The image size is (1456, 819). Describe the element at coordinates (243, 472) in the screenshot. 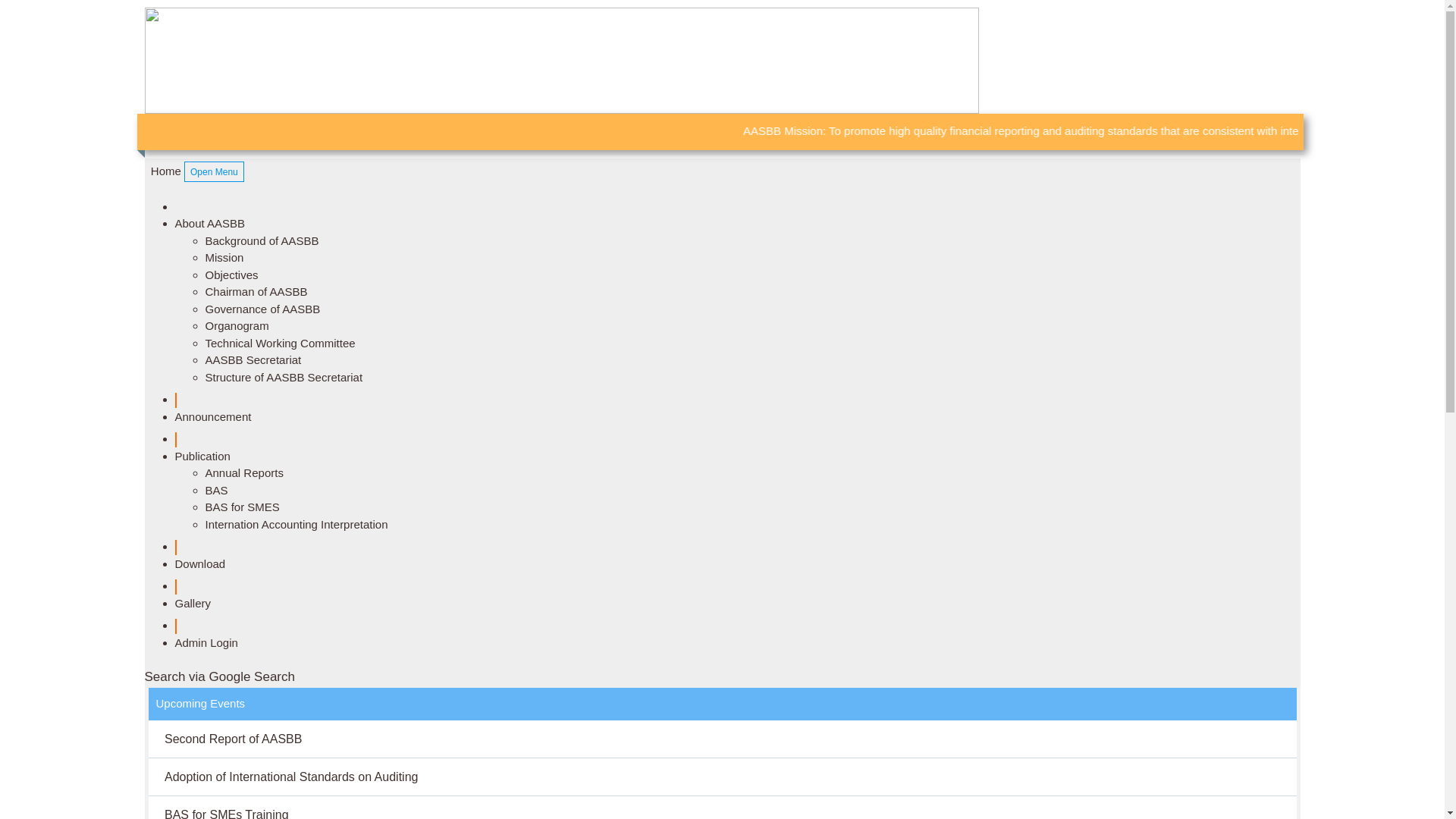

I see `'Annual Reports'` at that location.